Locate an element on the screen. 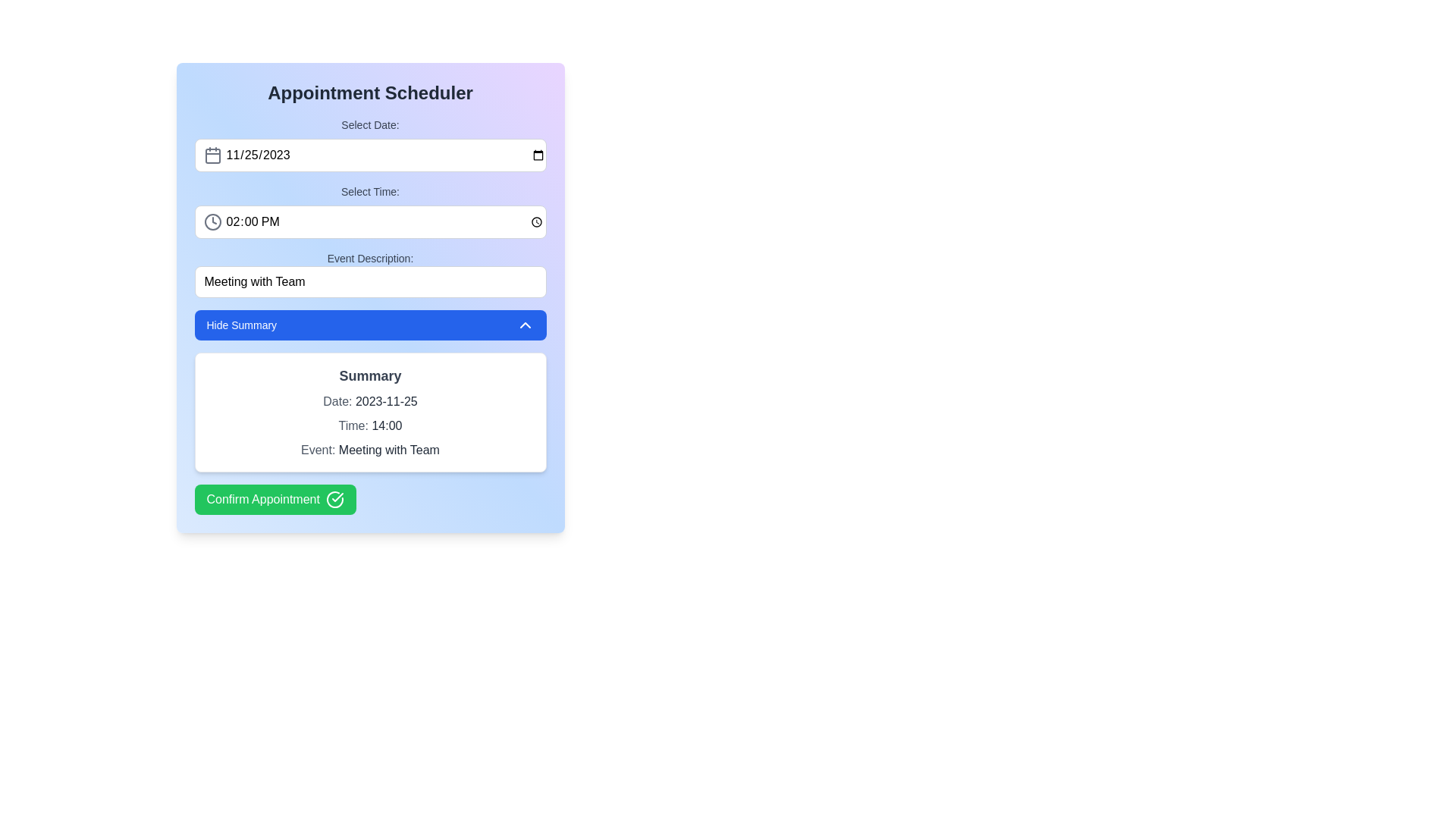  the informational Text label displaying the scheduled date of the appointment, located to the right of the 'Date:' label in the summary section of the appointment scheduler is located at coordinates (386, 400).